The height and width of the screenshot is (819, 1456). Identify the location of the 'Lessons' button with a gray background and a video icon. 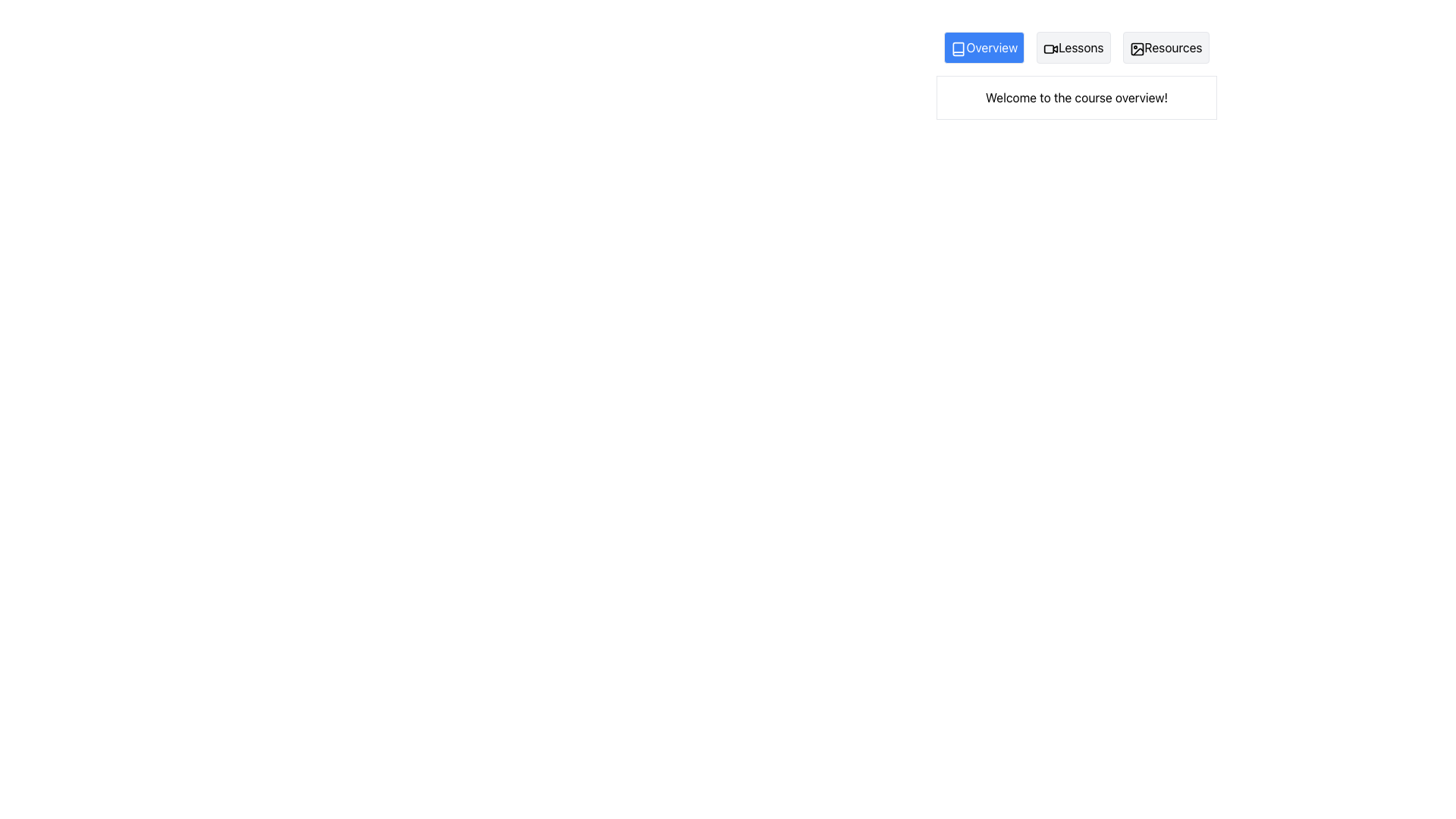
(1072, 46).